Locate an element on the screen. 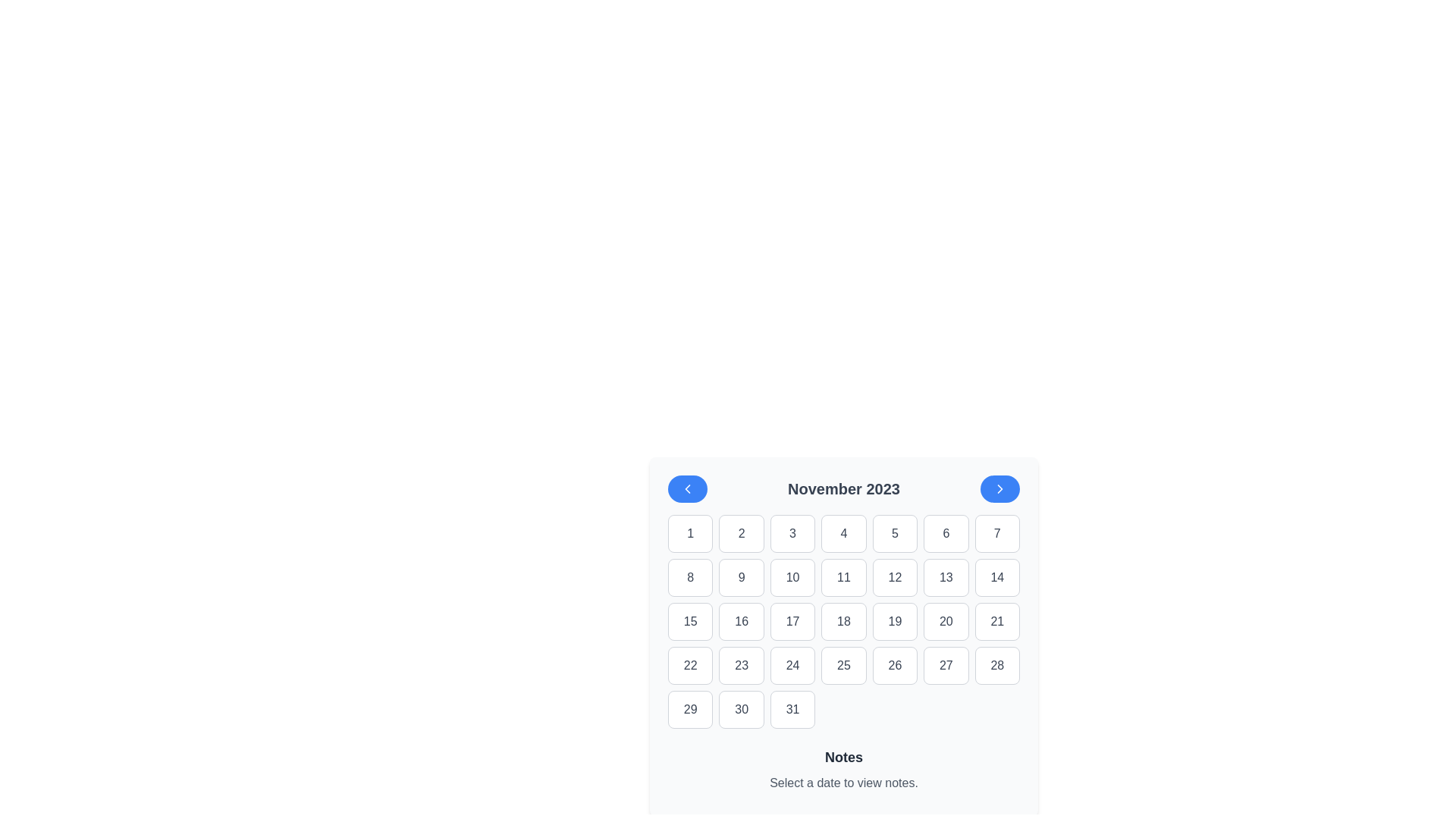  the square button containing the numeral '8' is located at coordinates (689, 578).